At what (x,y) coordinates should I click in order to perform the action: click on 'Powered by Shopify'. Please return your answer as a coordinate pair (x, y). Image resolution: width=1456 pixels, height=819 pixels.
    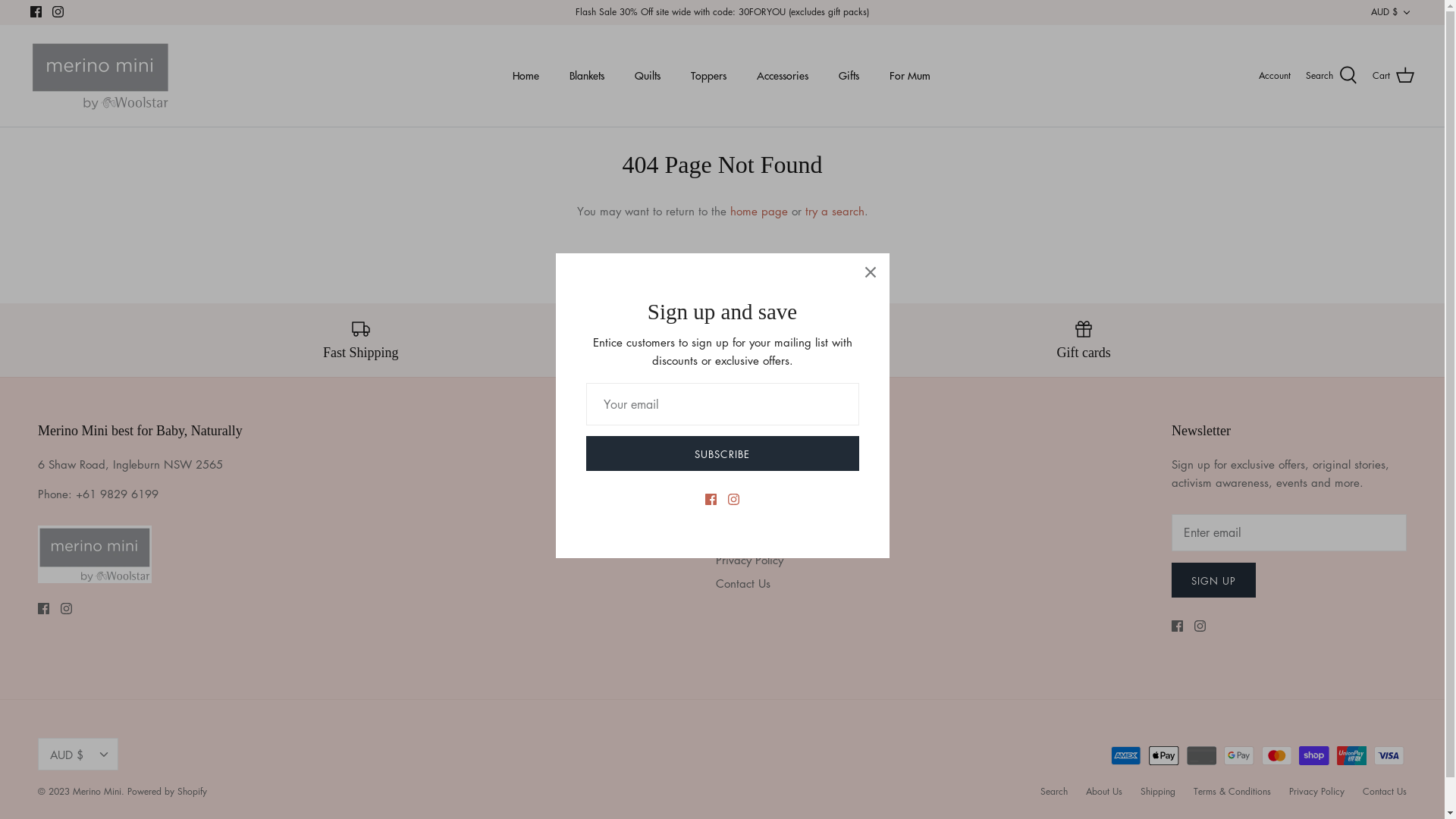
    Looking at the image, I should click on (167, 790).